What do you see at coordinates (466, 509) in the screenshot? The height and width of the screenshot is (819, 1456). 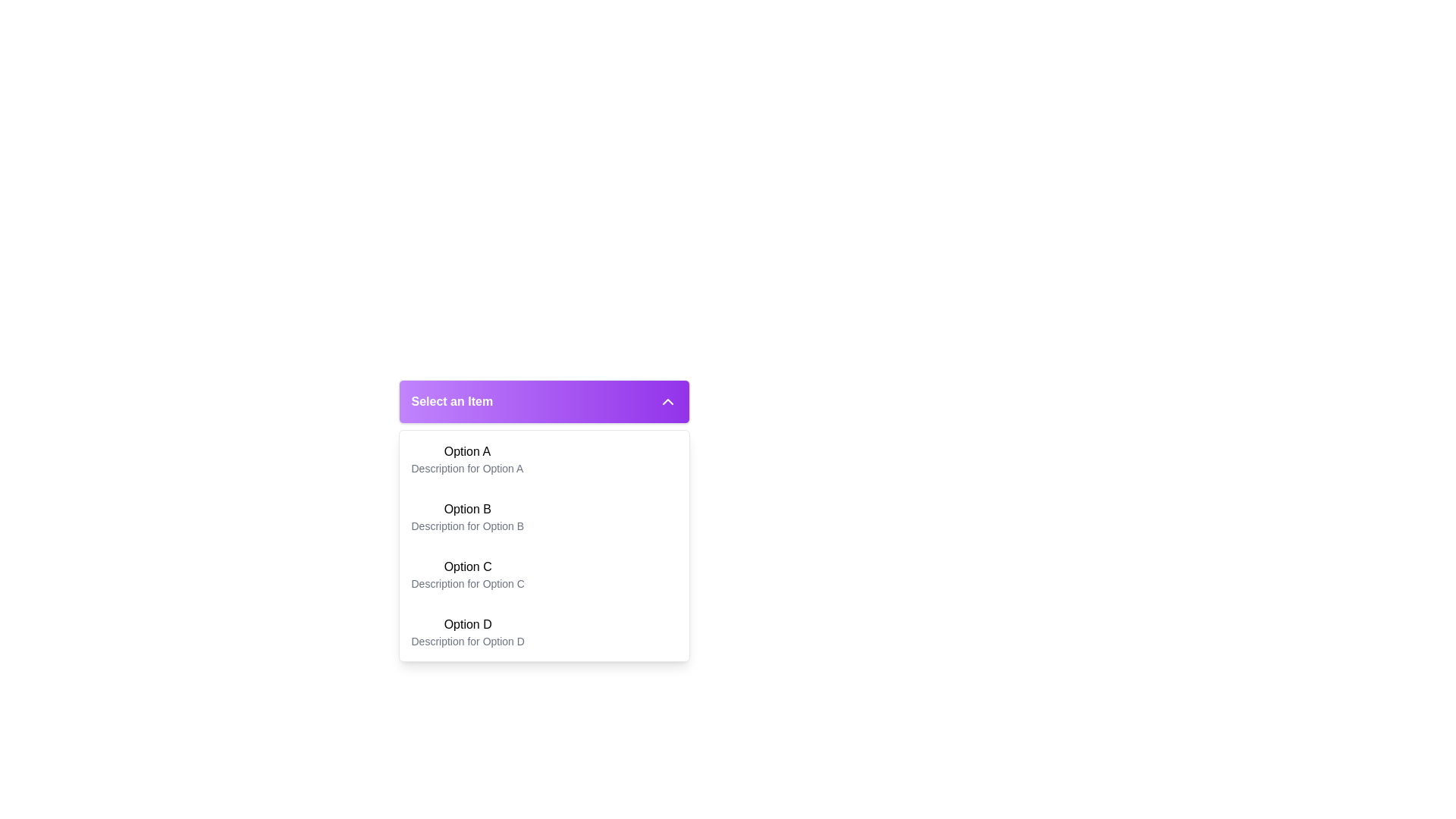 I see `the text label displaying 'Option B' in bold, located in the dropdown menu between 'Option A' and 'Description for Option B'` at bounding box center [466, 509].